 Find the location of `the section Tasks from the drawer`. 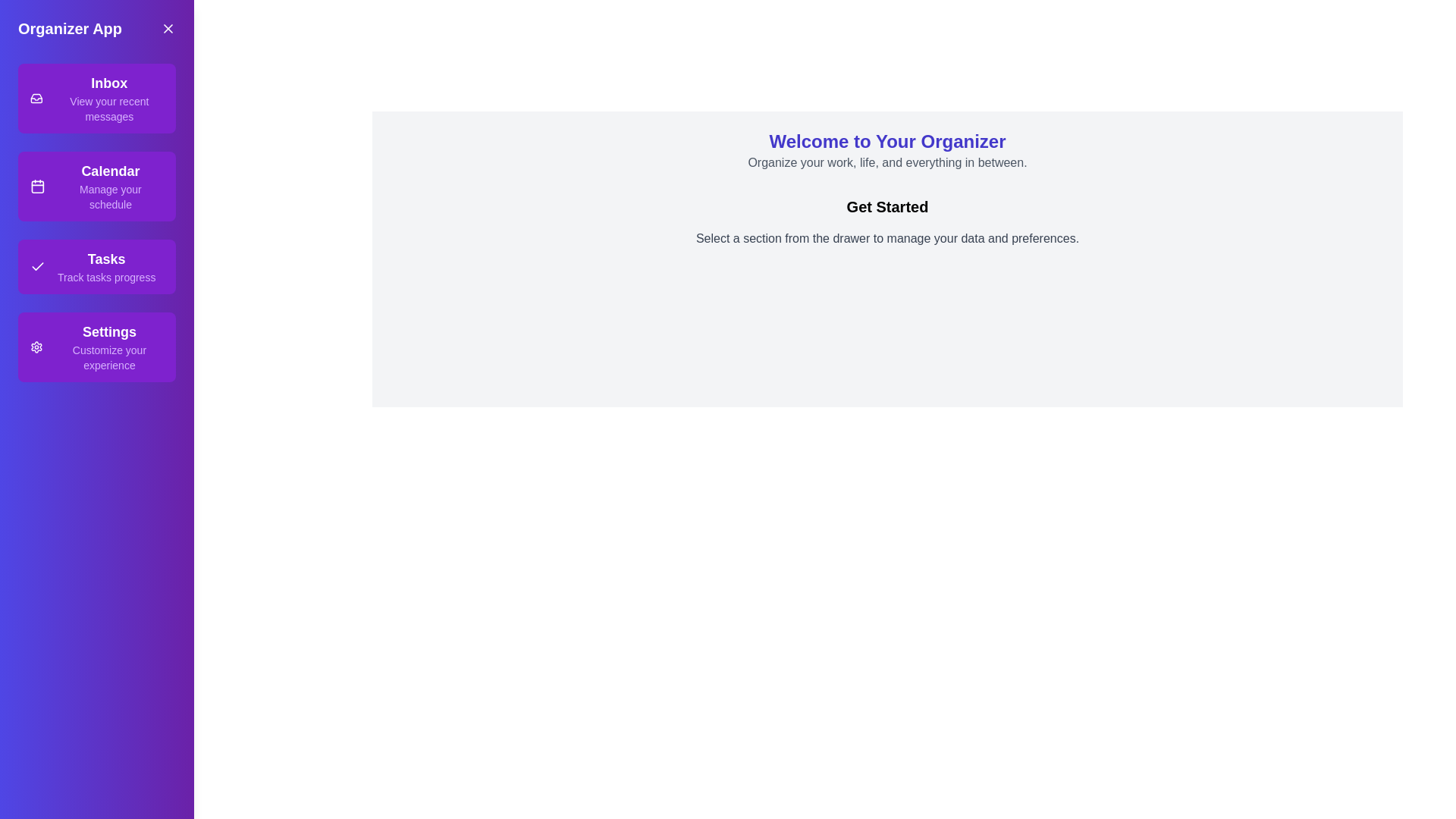

the section Tasks from the drawer is located at coordinates (96, 265).